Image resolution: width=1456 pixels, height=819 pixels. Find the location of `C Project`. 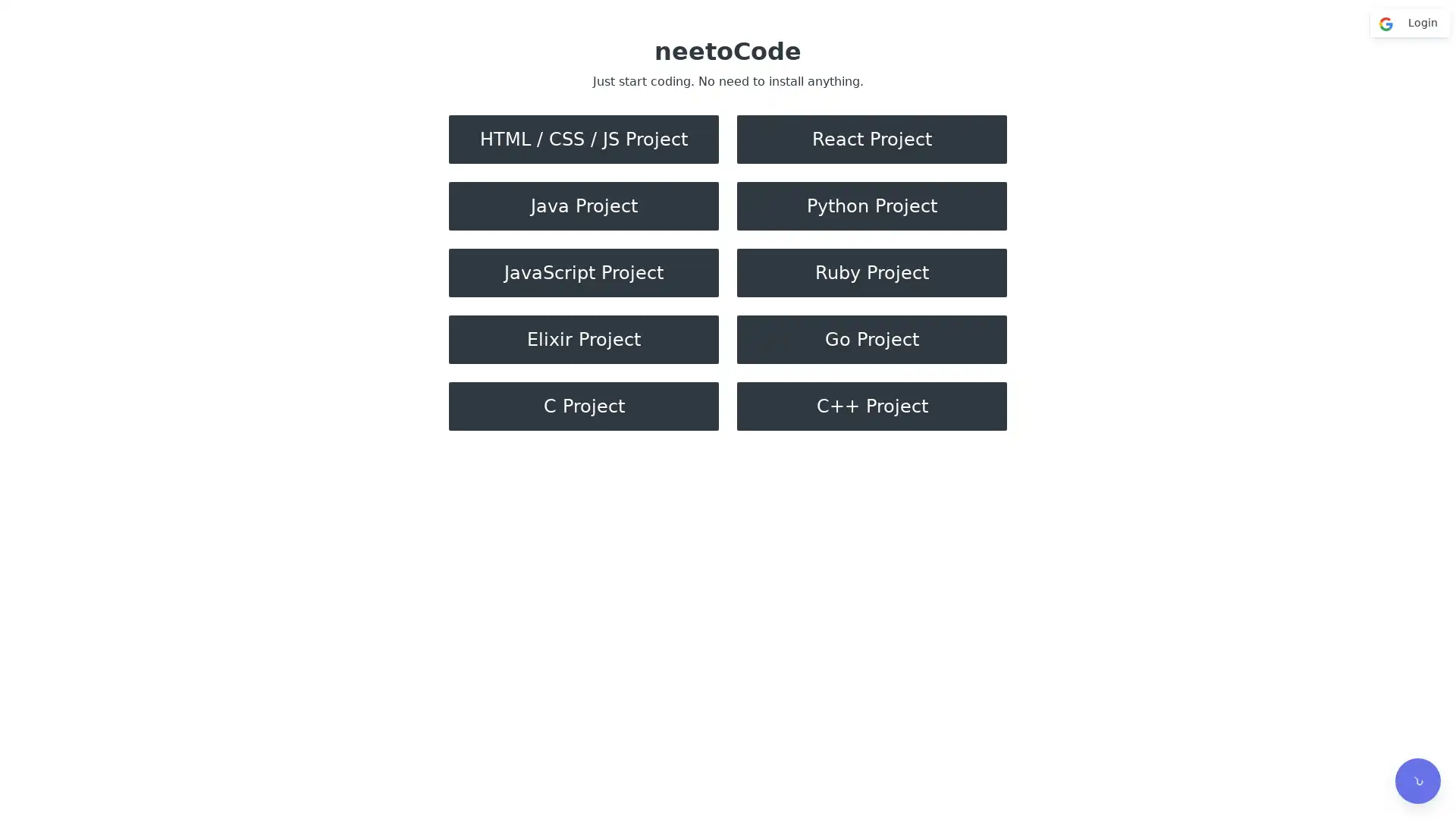

C Project is located at coordinates (582, 406).